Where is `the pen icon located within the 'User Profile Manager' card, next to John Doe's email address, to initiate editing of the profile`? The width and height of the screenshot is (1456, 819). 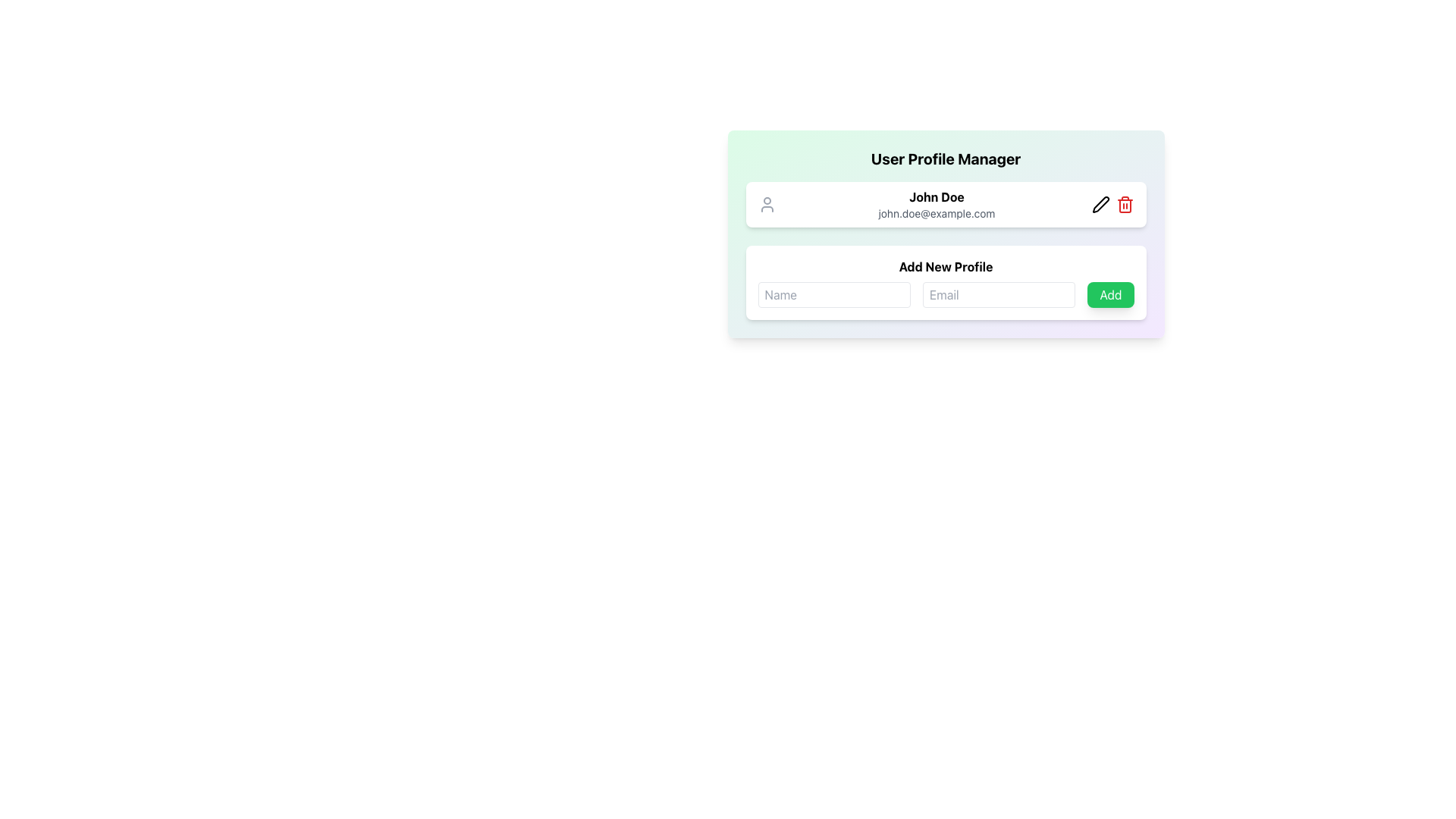
the pen icon located within the 'User Profile Manager' card, next to John Doe's email address, to initiate editing of the profile is located at coordinates (1100, 205).